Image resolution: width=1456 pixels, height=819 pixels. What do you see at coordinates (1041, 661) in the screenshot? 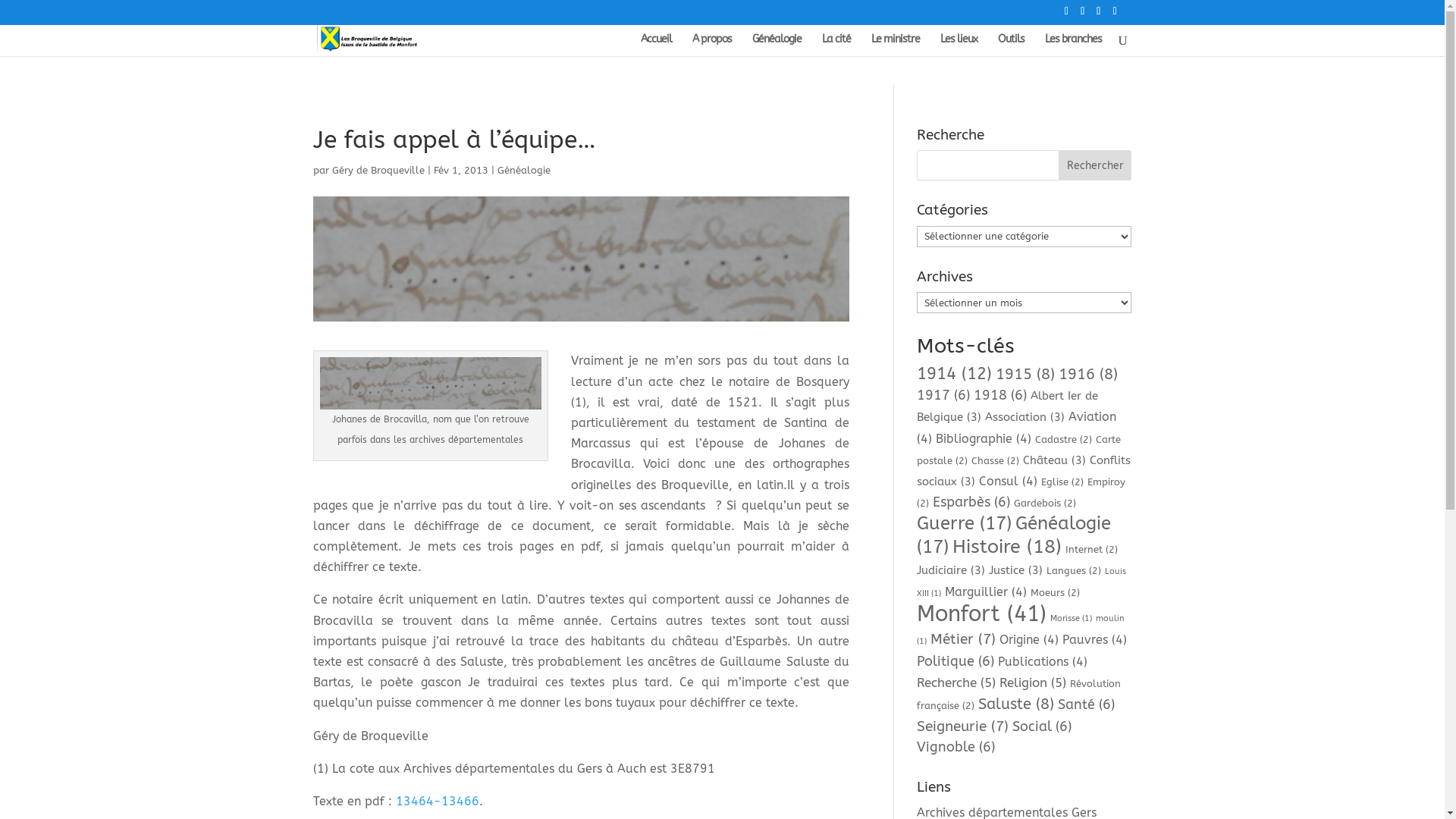
I see `'Publications (4)'` at bounding box center [1041, 661].